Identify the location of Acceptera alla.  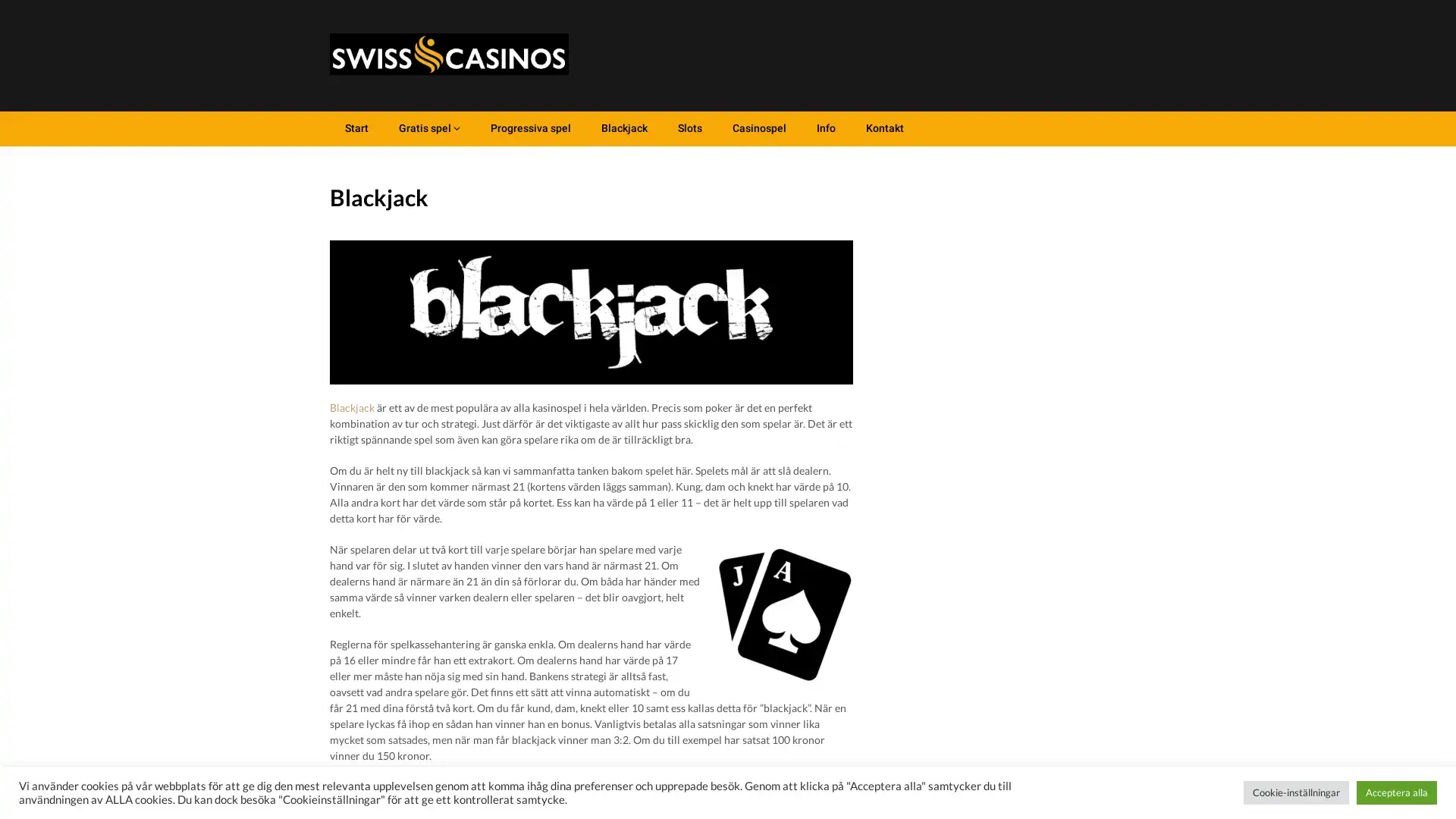
(1396, 792).